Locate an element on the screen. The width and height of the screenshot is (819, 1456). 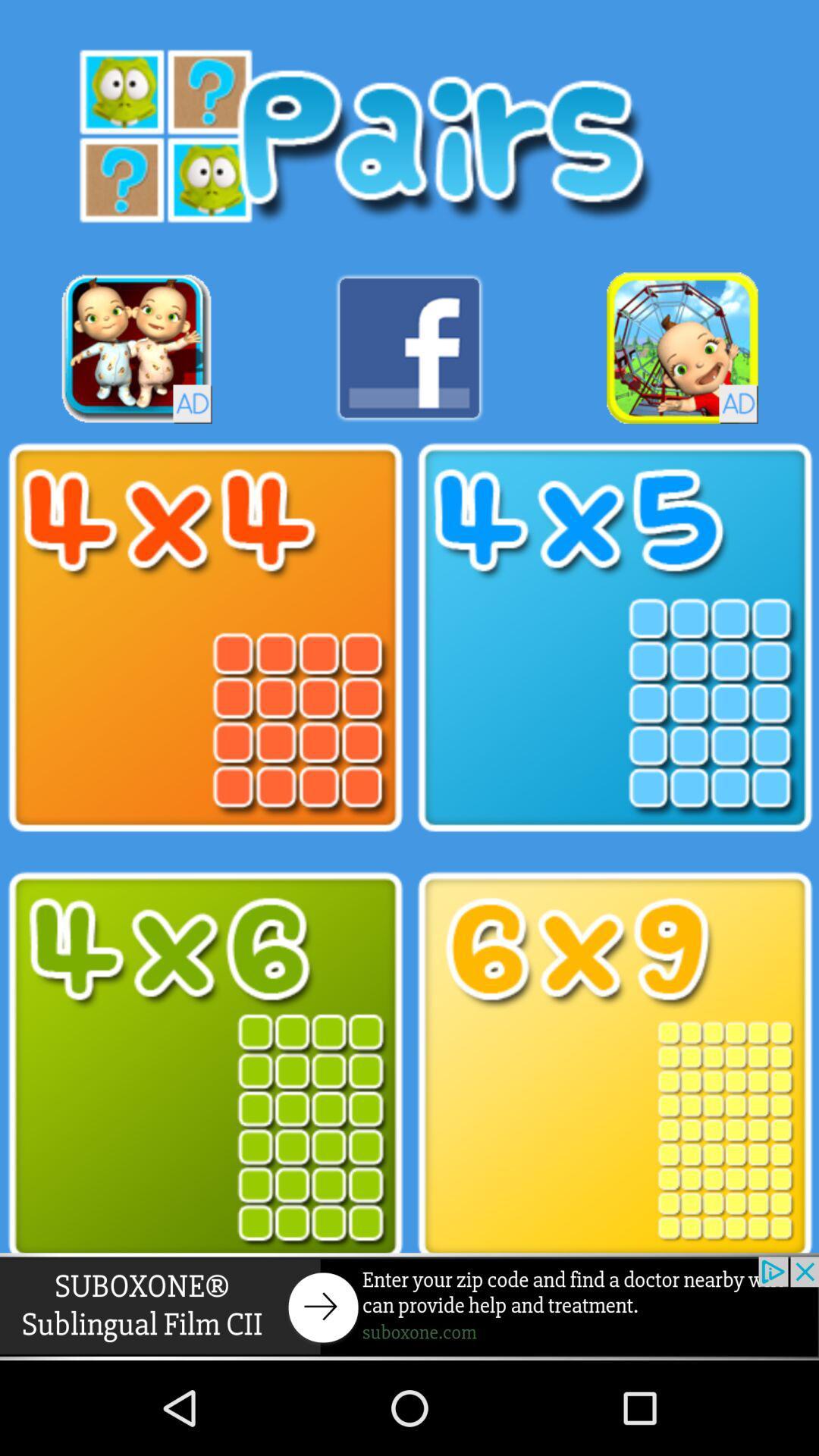
click 6x9 is located at coordinates (614, 1065).